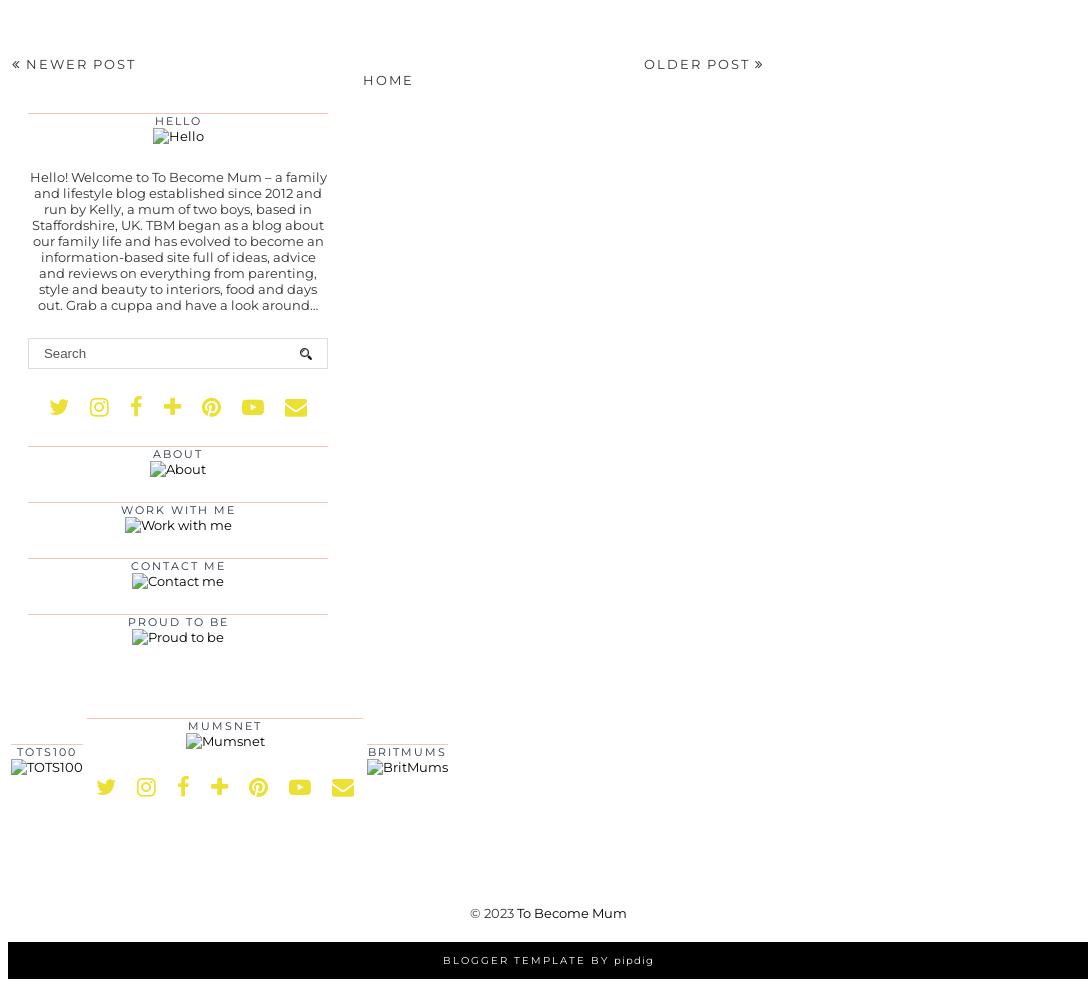 The width and height of the screenshot is (1088, 983). I want to click on 'Hello! Welcome to To Become Mum – a family and lifestyle blog established since 2012 and run by Kelly, a mum of two boys, based in Staffordshire, UK. 
TBM began as a blog about our family life and has evolved to become an information-based site full of ideas, advice and reviews on everything from parenting, style and beauty to interiors, food and days out.
Grab a cuppa and have a look around…', so click(29, 241).